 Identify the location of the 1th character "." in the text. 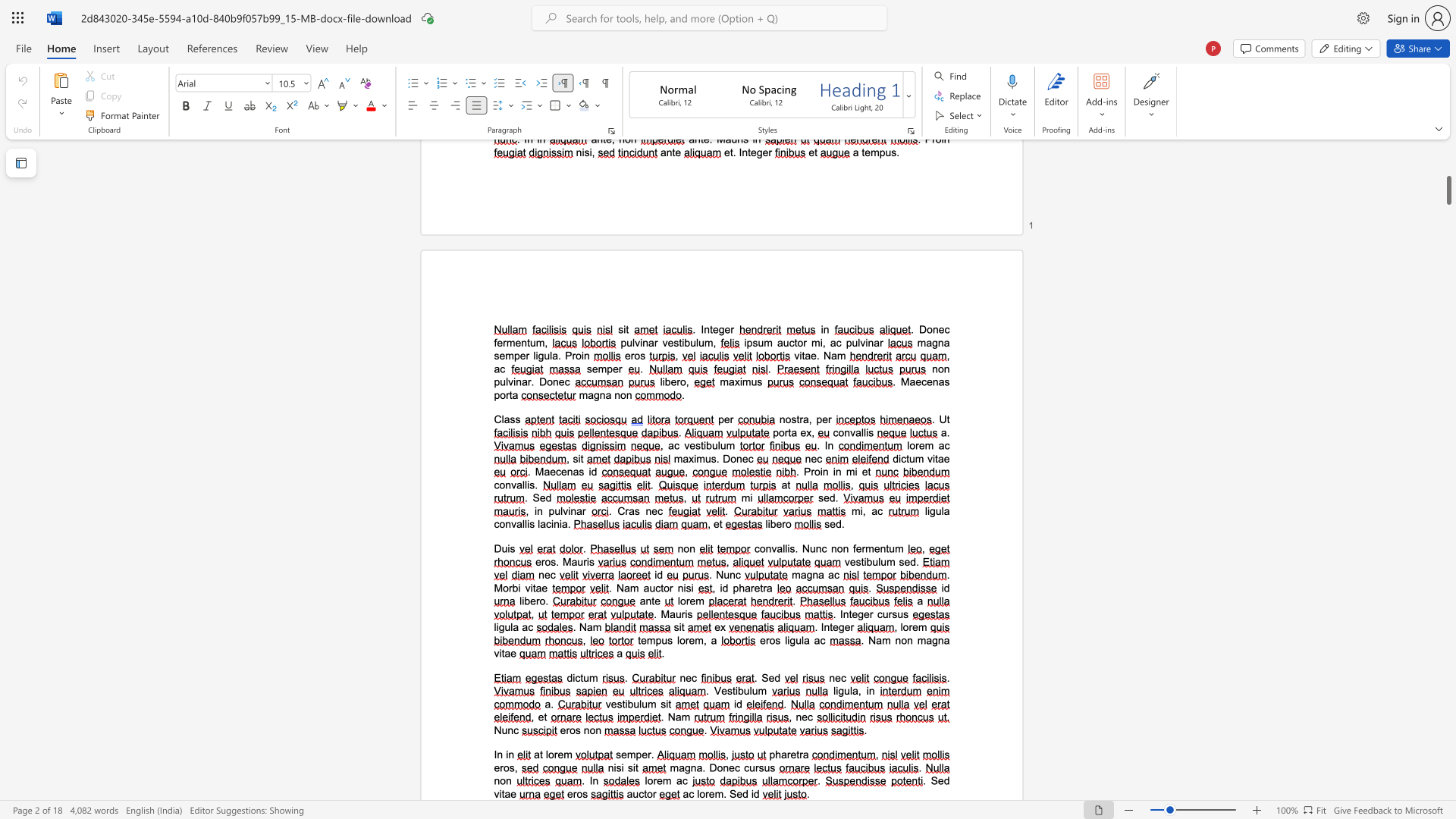
(924, 780).